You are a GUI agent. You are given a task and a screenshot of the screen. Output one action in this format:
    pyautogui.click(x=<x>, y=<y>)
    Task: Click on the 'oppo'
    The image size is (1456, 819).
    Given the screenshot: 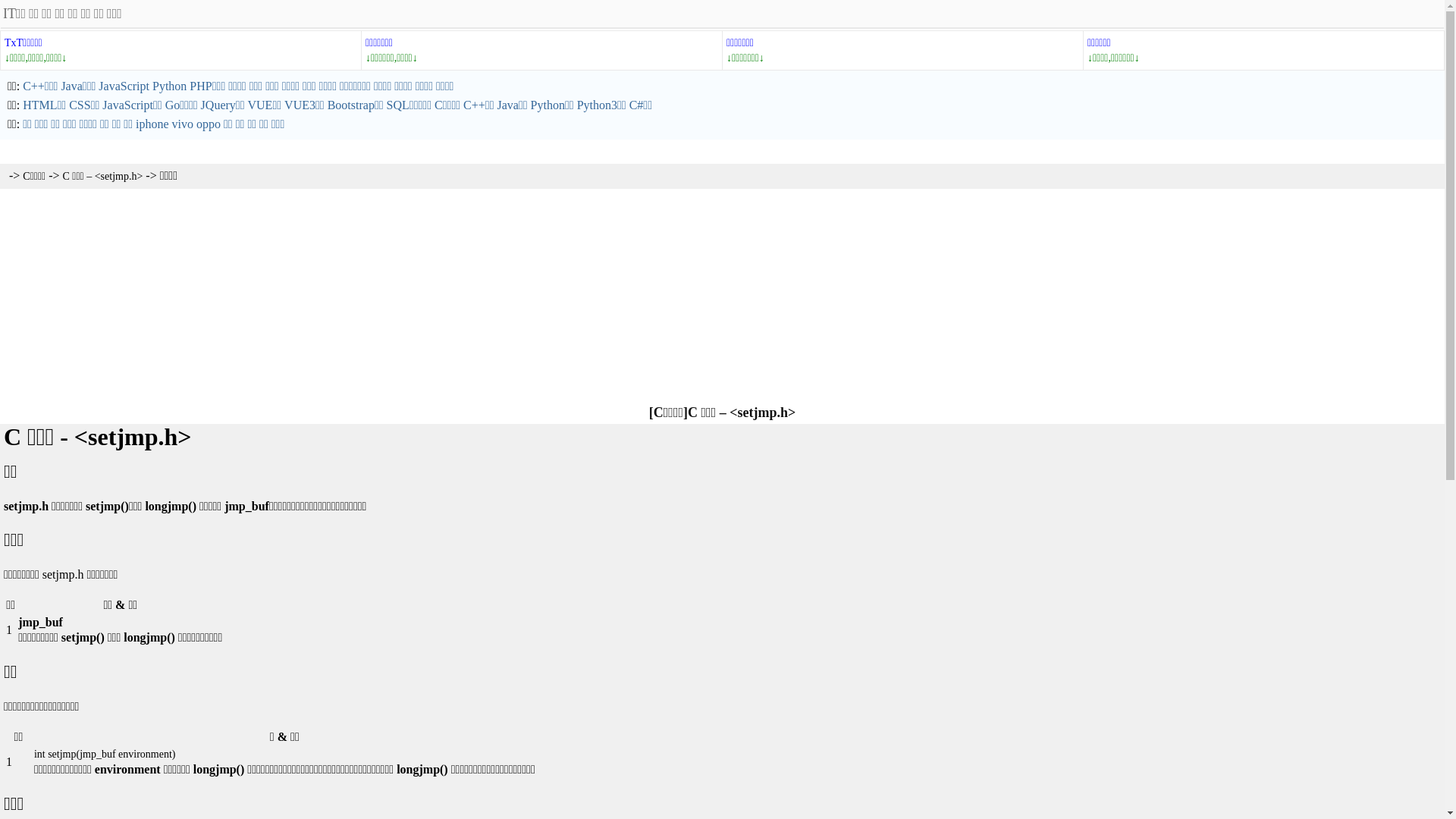 What is the action you would take?
    pyautogui.click(x=207, y=123)
    